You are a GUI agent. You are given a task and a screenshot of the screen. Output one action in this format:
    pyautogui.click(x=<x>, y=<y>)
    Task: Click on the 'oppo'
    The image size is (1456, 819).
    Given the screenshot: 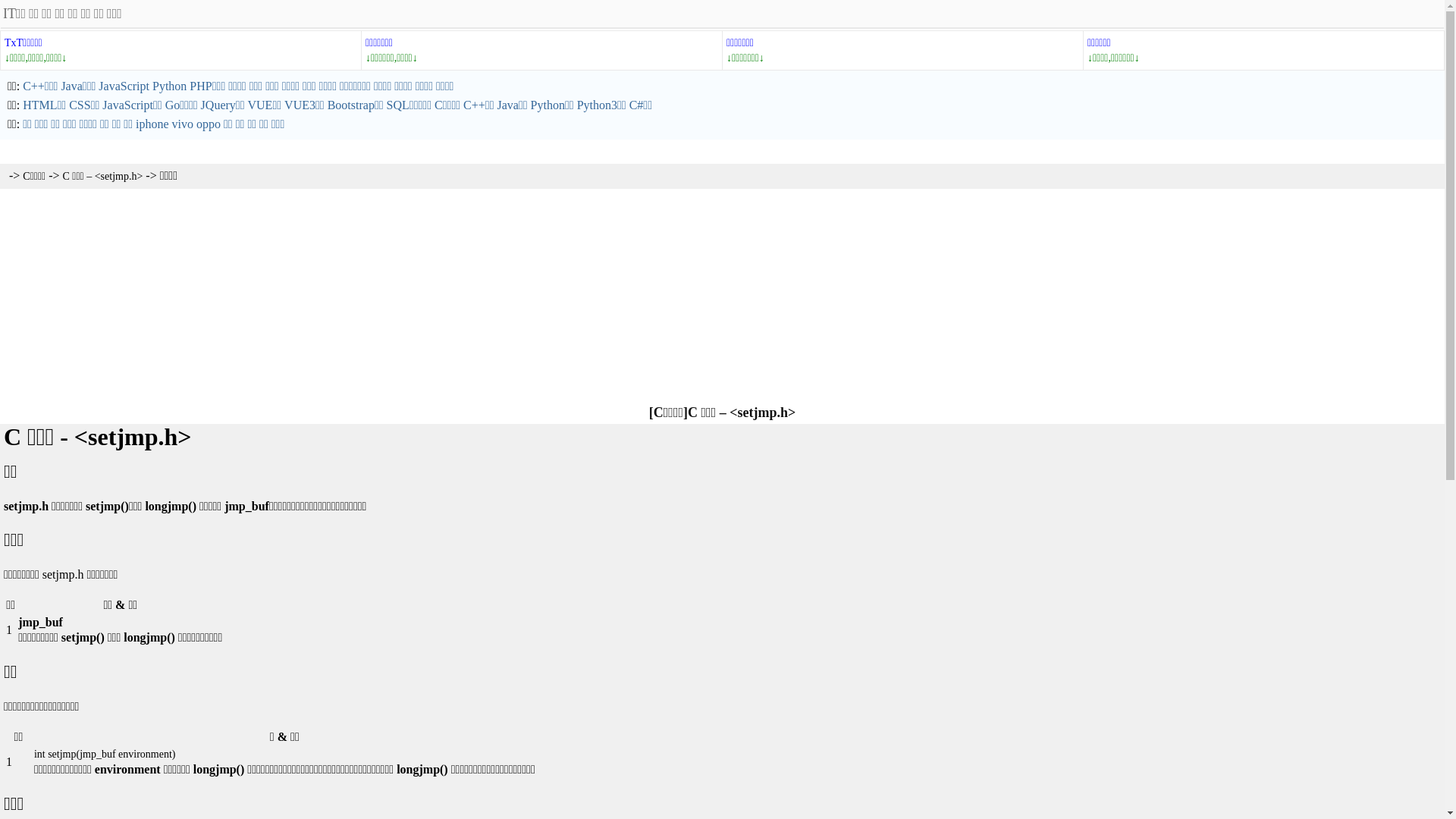 What is the action you would take?
    pyautogui.click(x=207, y=123)
    